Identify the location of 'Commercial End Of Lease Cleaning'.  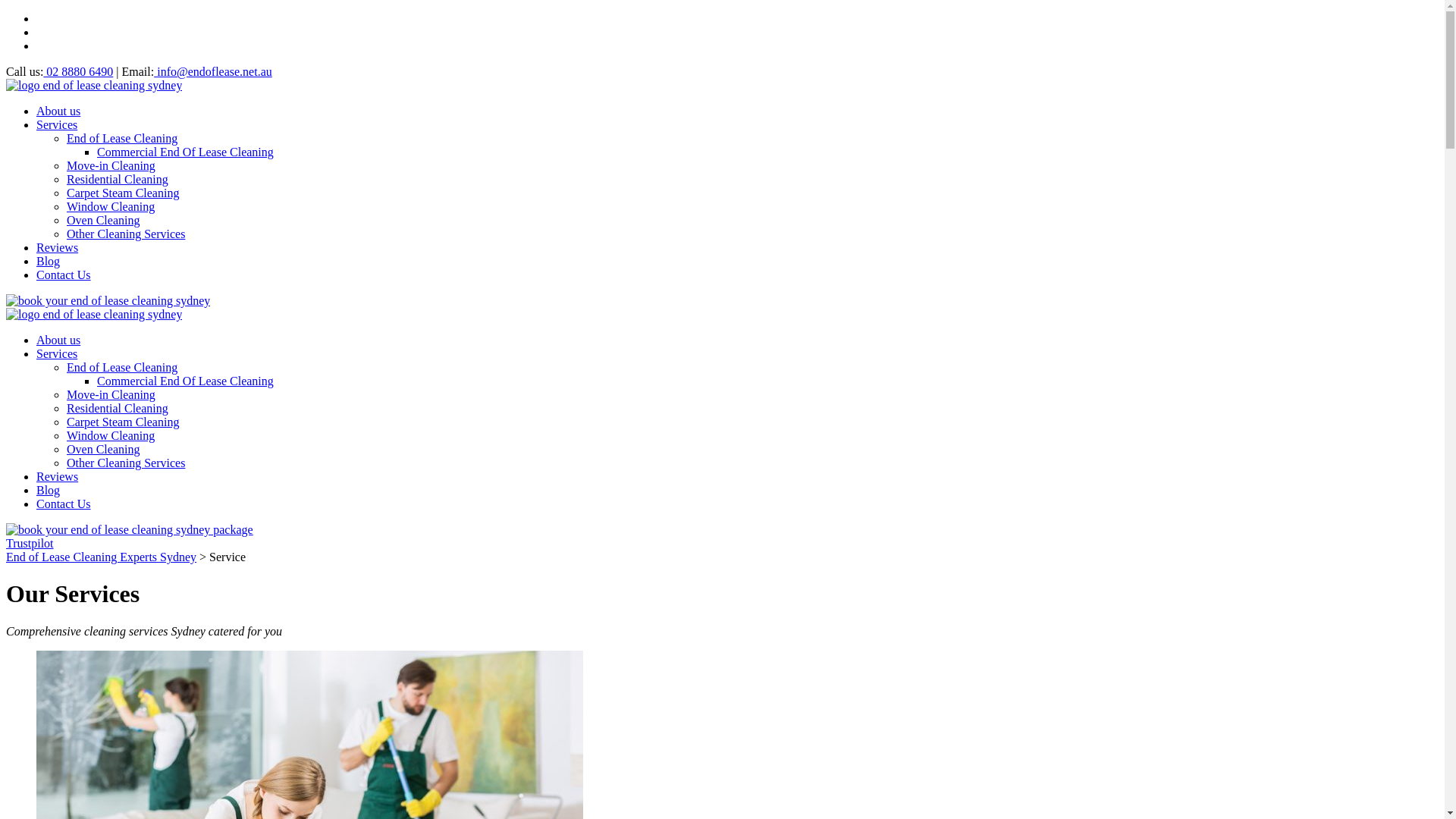
(184, 380).